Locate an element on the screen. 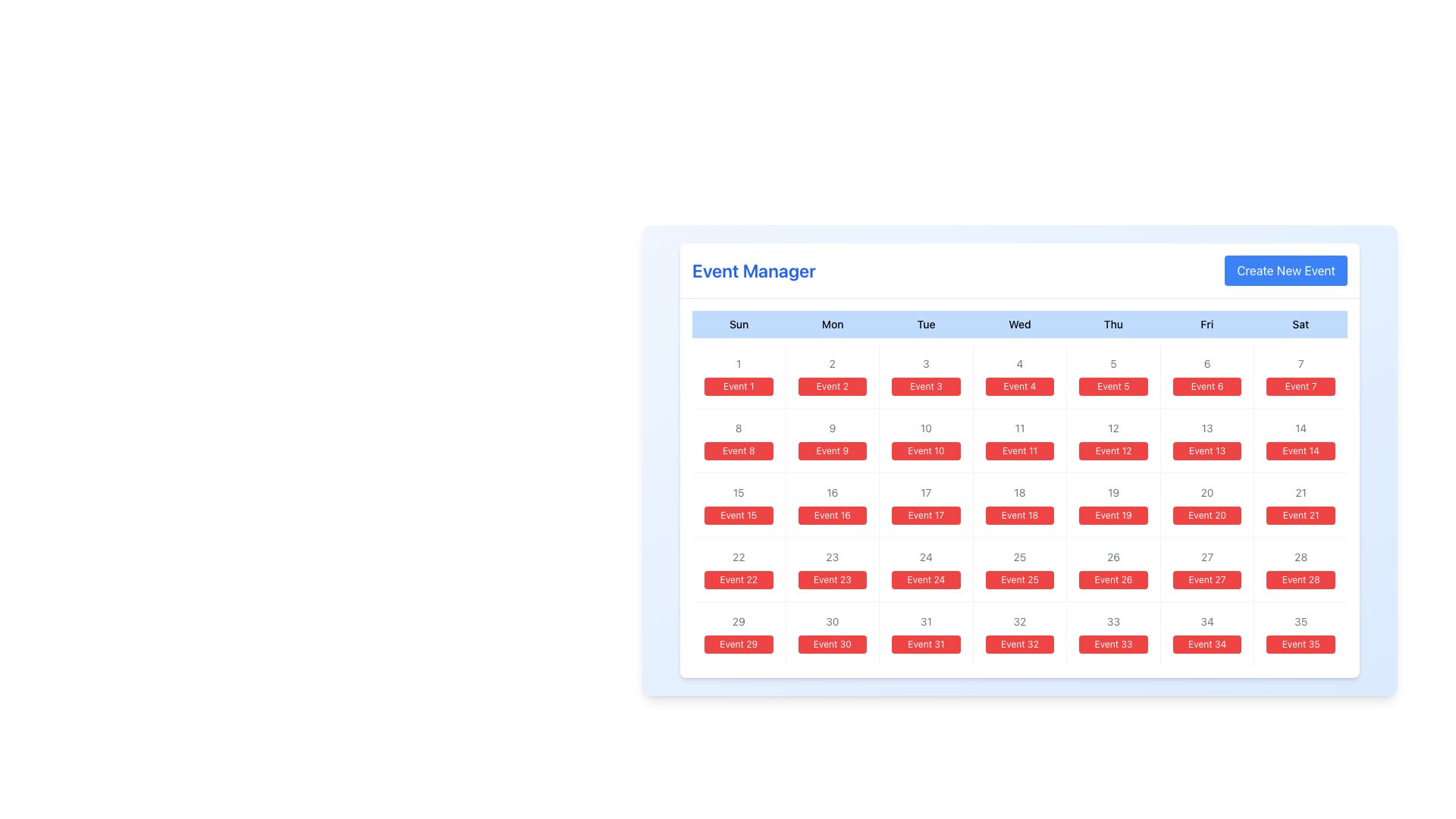  the red rectangular button labeled 'Event 31' located in the seventh row and fifth column under 'Event Manager' is located at coordinates (925, 644).